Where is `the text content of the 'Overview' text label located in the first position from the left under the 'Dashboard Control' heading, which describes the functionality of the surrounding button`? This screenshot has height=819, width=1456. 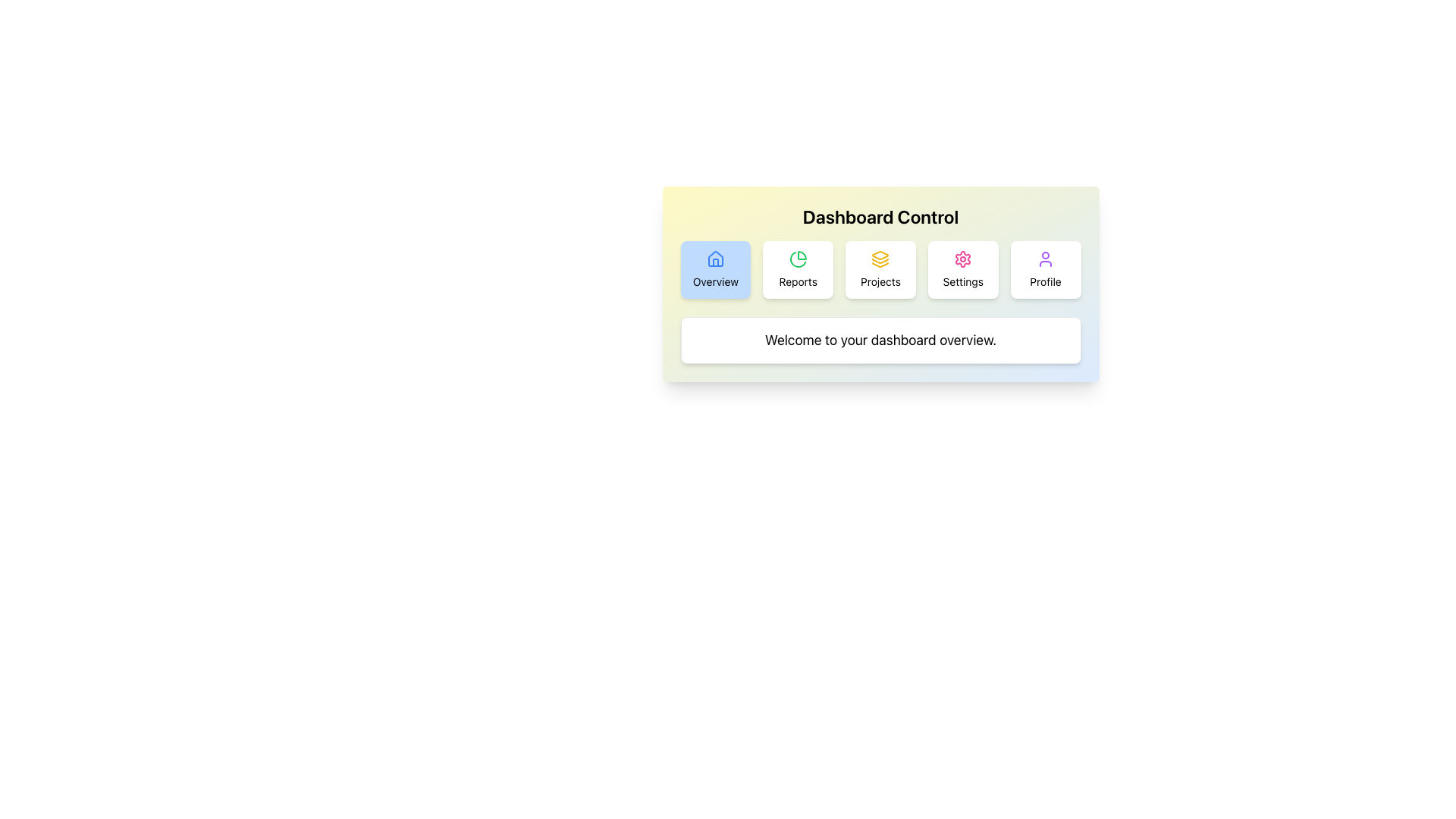 the text content of the 'Overview' text label located in the first position from the left under the 'Dashboard Control' heading, which describes the functionality of the surrounding button is located at coordinates (714, 281).